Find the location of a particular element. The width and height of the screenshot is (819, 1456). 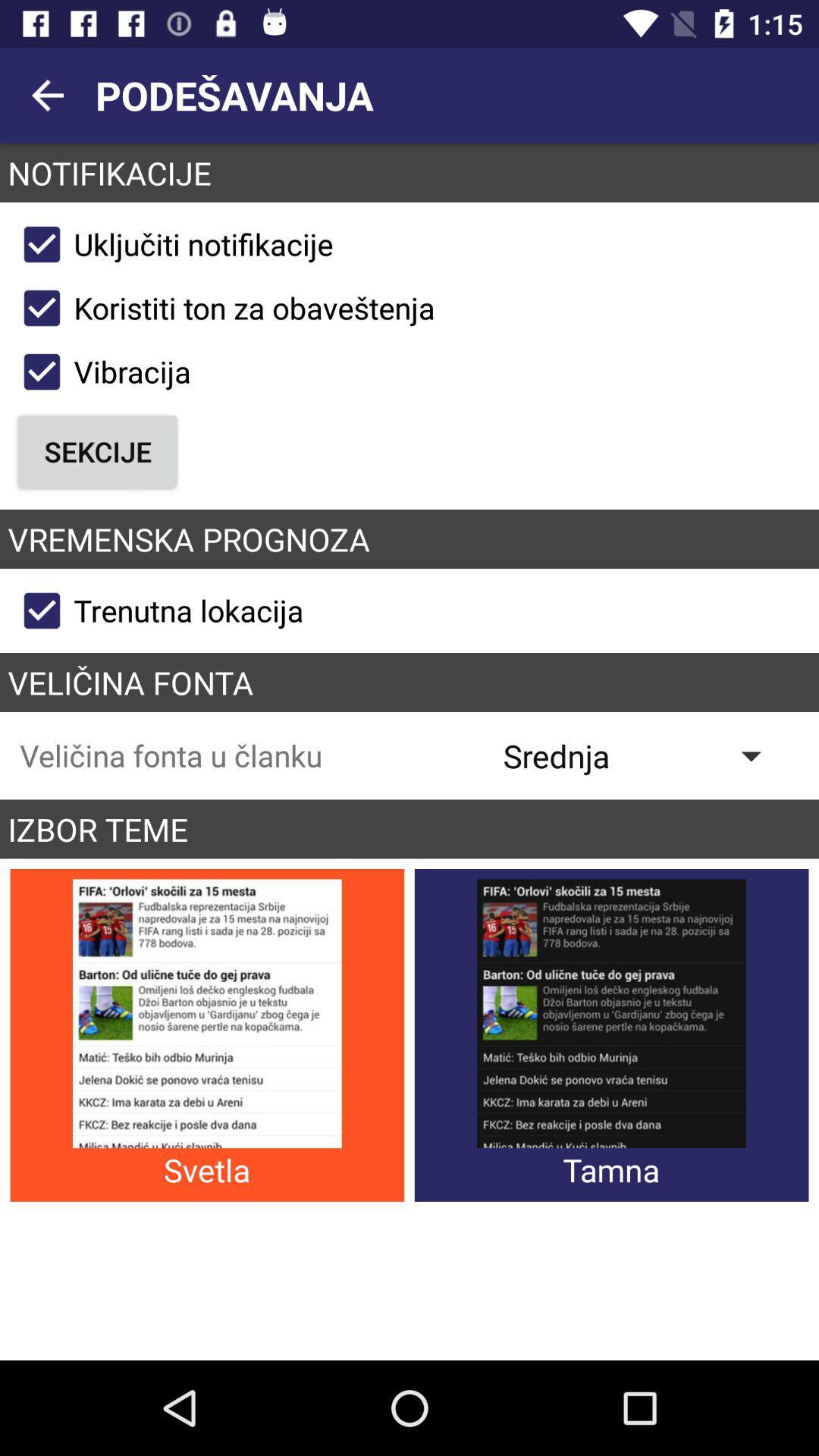

icon above vibracija checkbox is located at coordinates (222, 307).